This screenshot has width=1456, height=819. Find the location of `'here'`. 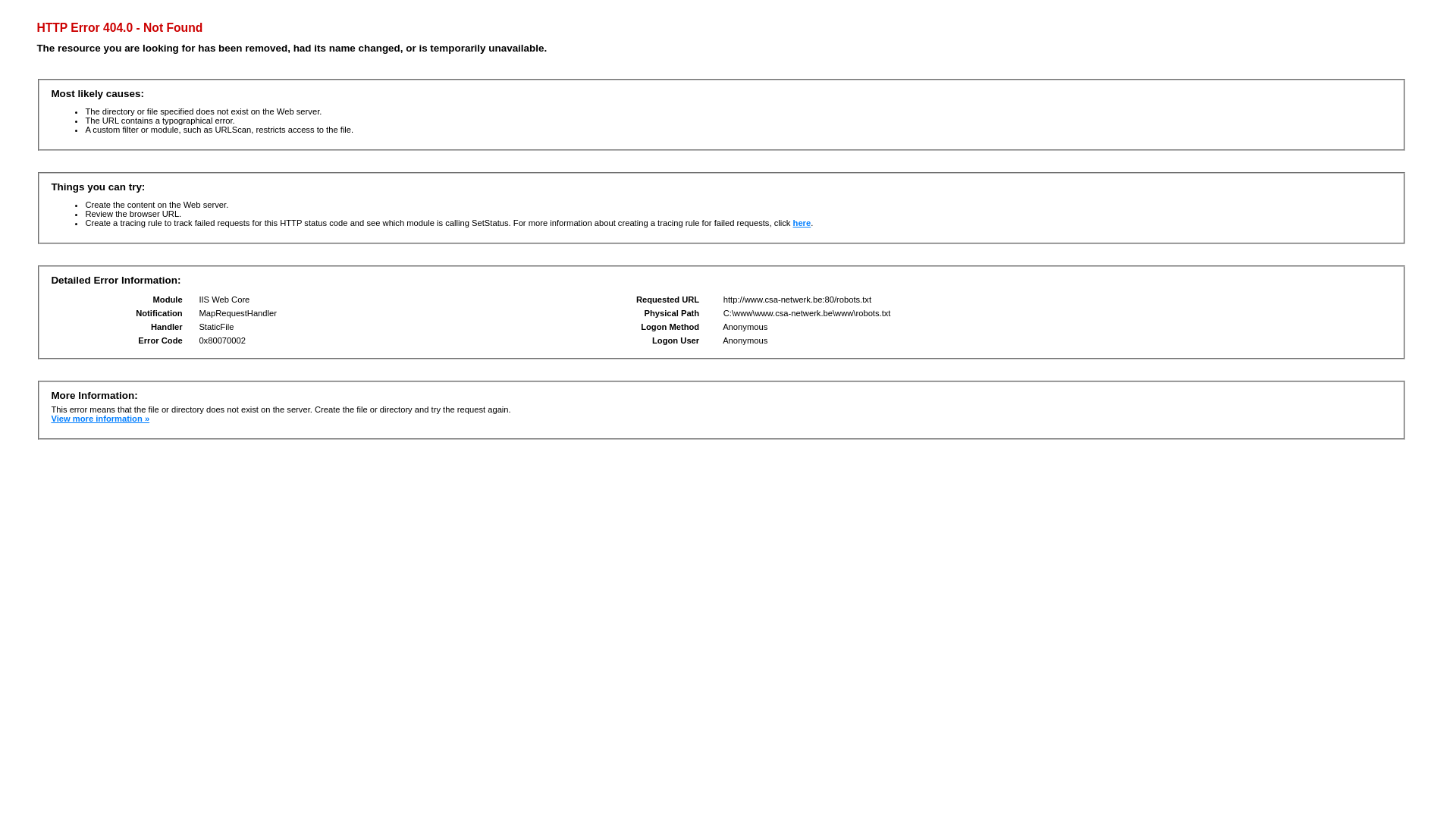

'here' is located at coordinates (801, 222).